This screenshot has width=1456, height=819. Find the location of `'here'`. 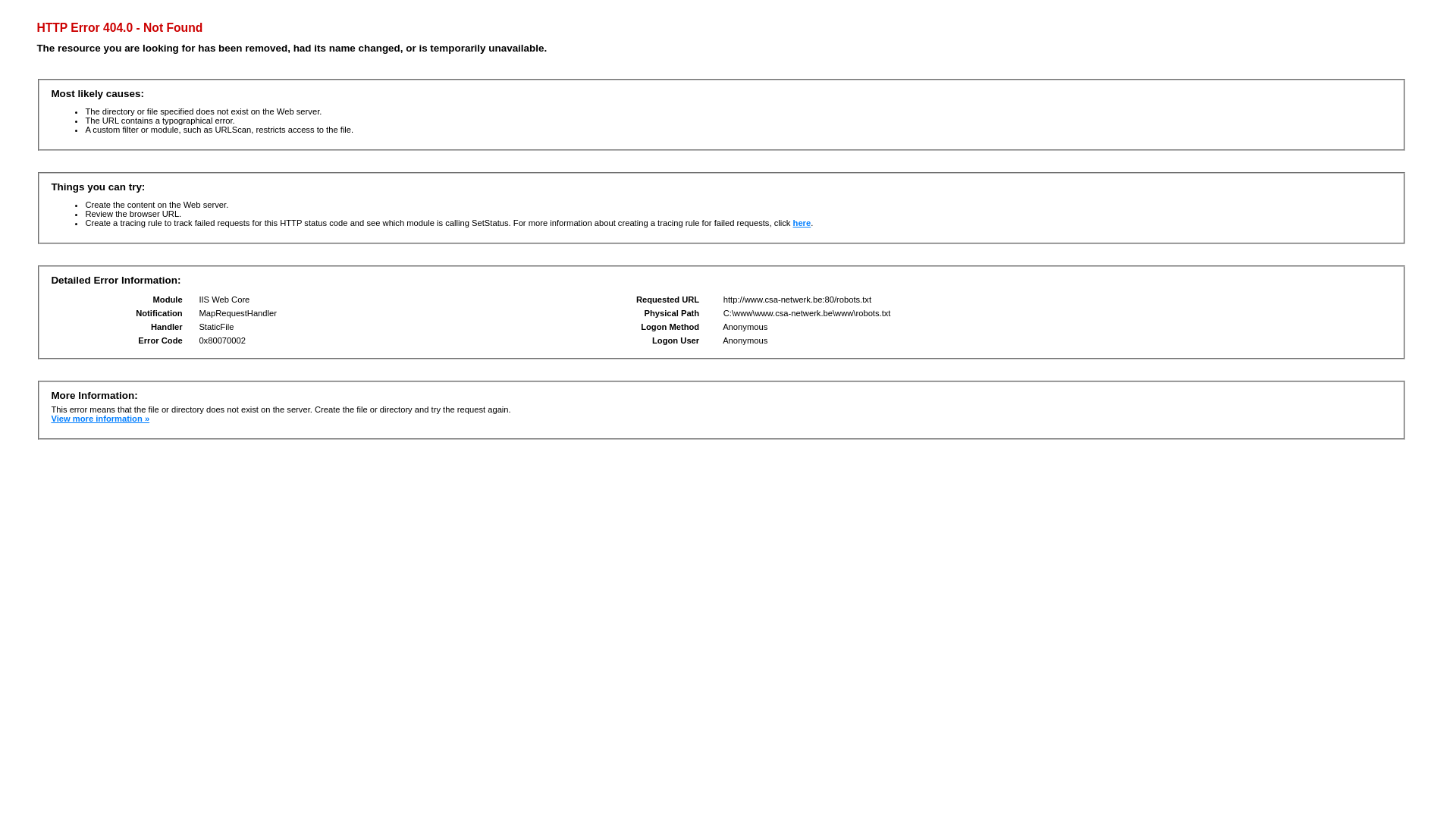

'here' is located at coordinates (801, 222).